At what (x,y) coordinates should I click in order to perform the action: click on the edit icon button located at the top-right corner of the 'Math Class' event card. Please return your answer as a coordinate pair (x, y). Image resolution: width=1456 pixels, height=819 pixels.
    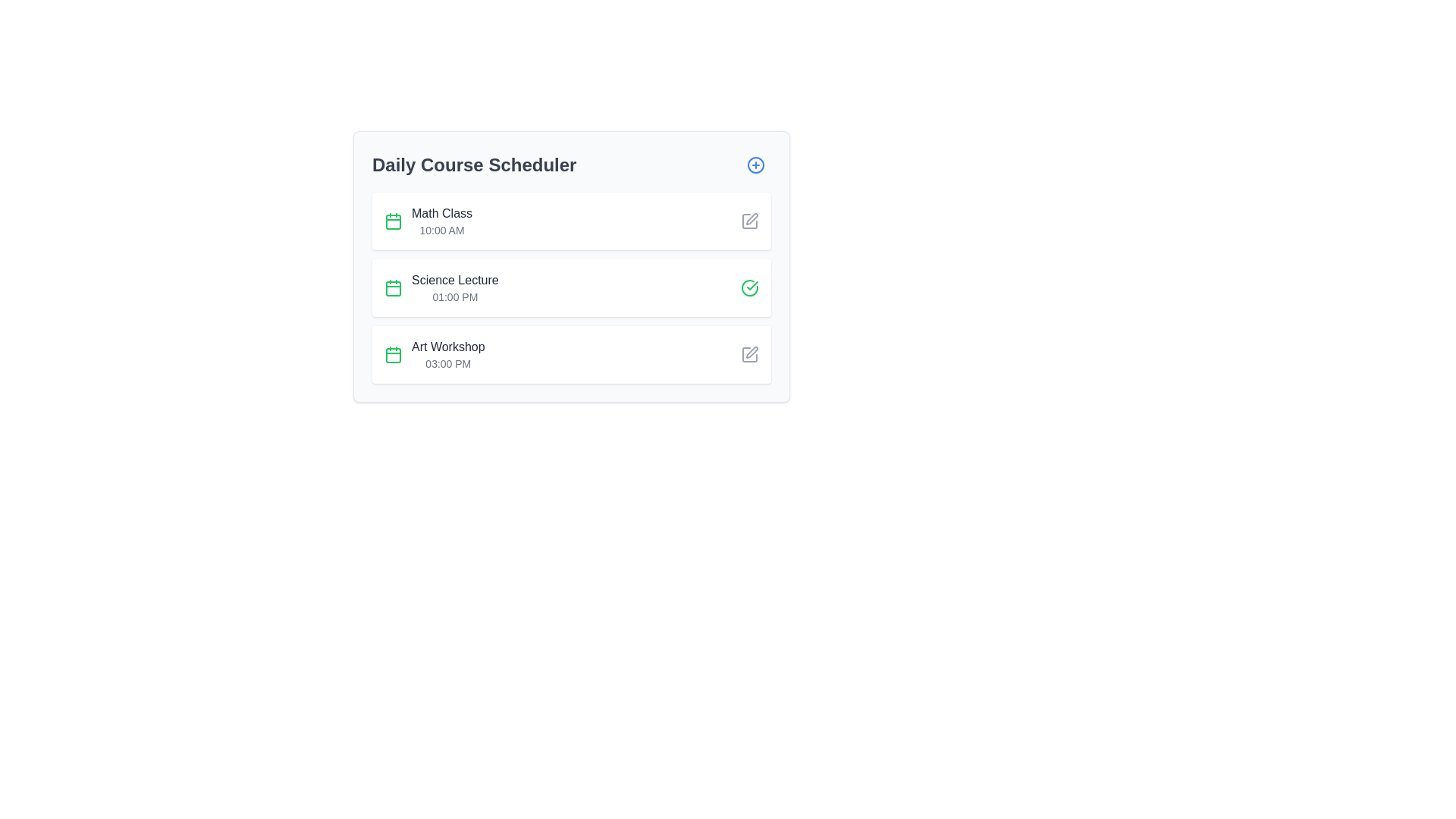
    Looking at the image, I should click on (749, 221).